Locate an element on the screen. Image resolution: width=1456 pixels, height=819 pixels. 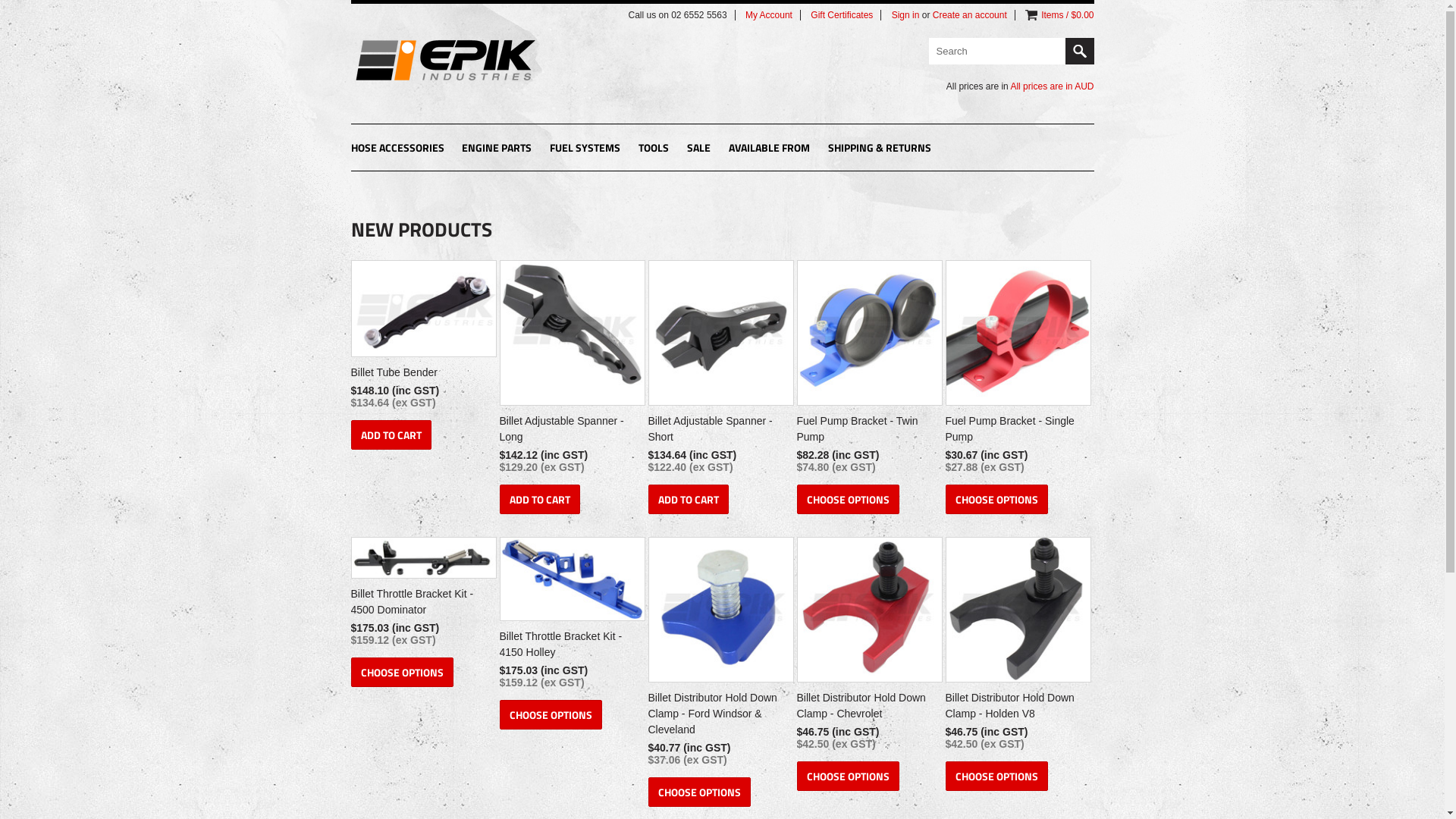
'TOOLS' is located at coordinates (654, 149).